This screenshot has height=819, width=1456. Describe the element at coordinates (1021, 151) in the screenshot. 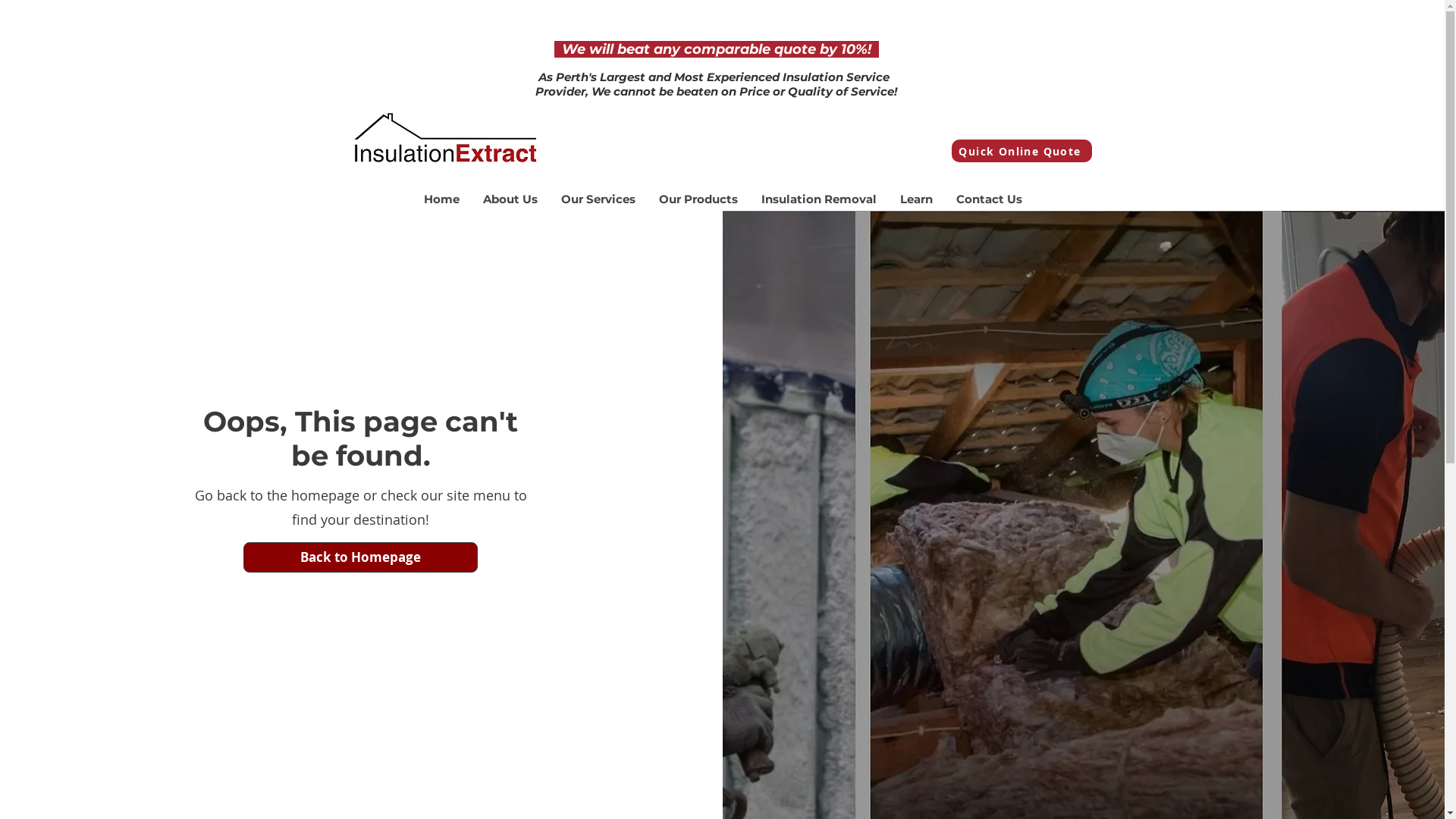

I see `'Quick Online Quote'` at that location.